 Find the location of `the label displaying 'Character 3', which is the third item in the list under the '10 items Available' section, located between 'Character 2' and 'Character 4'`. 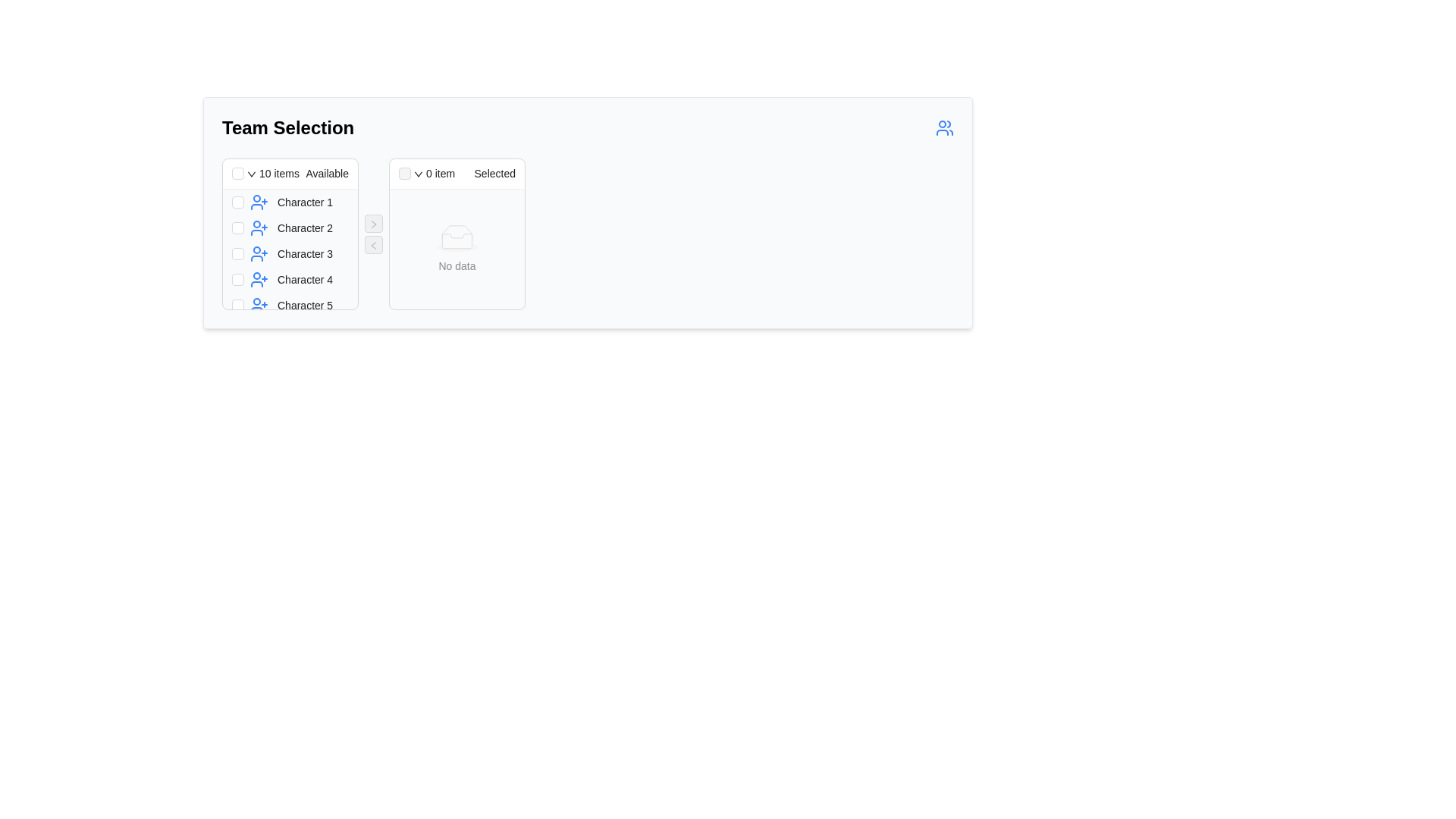

the label displaying 'Character 3', which is the third item in the list under the '10 items Available' section, located between 'Character 2' and 'Character 4' is located at coordinates (304, 253).